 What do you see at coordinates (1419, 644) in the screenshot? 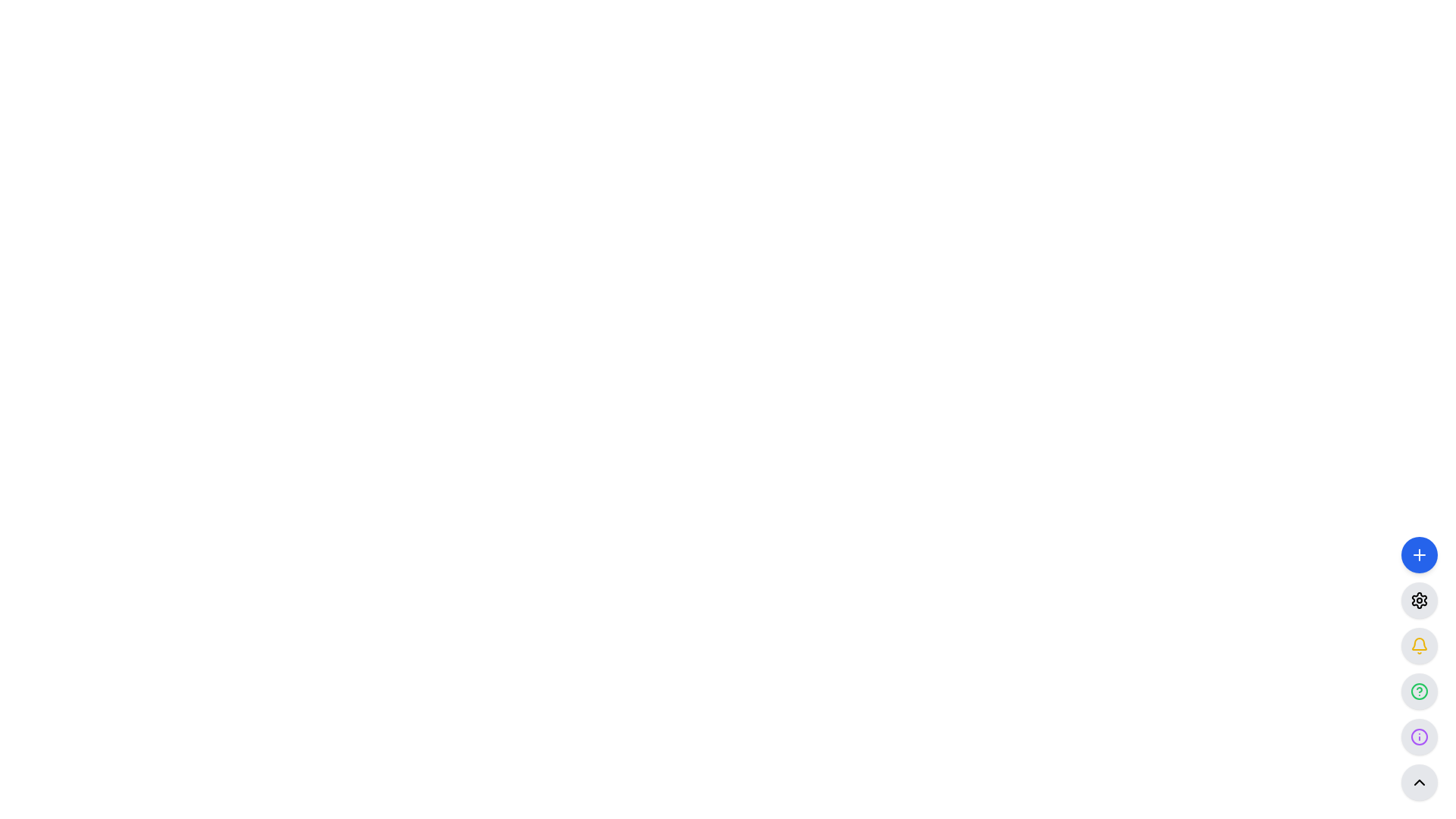
I see `the upper portion of the bell icon located` at bounding box center [1419, 644].